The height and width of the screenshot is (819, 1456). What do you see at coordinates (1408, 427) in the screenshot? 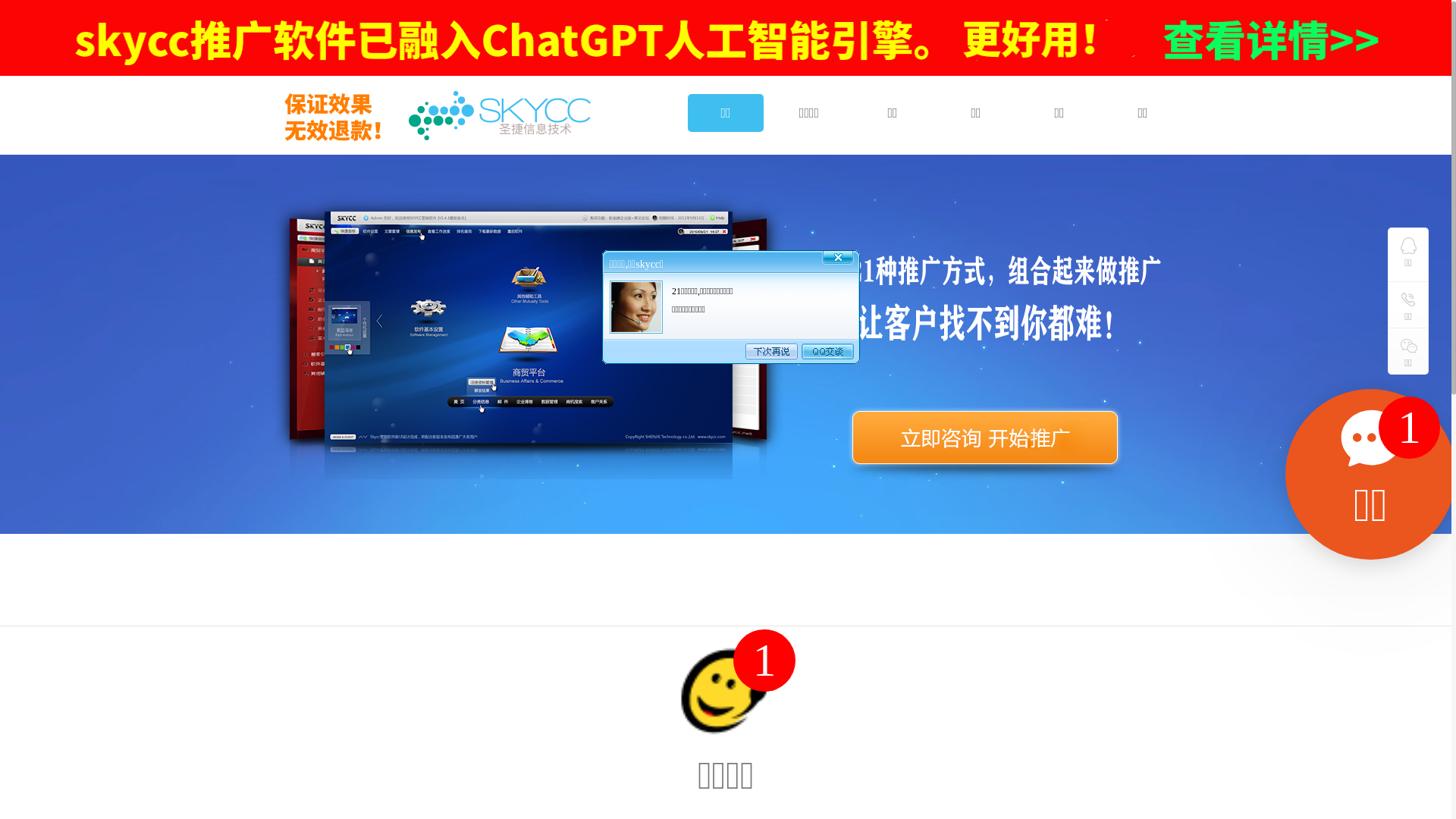
I see `'1'` at bounding box center [1408, 427].